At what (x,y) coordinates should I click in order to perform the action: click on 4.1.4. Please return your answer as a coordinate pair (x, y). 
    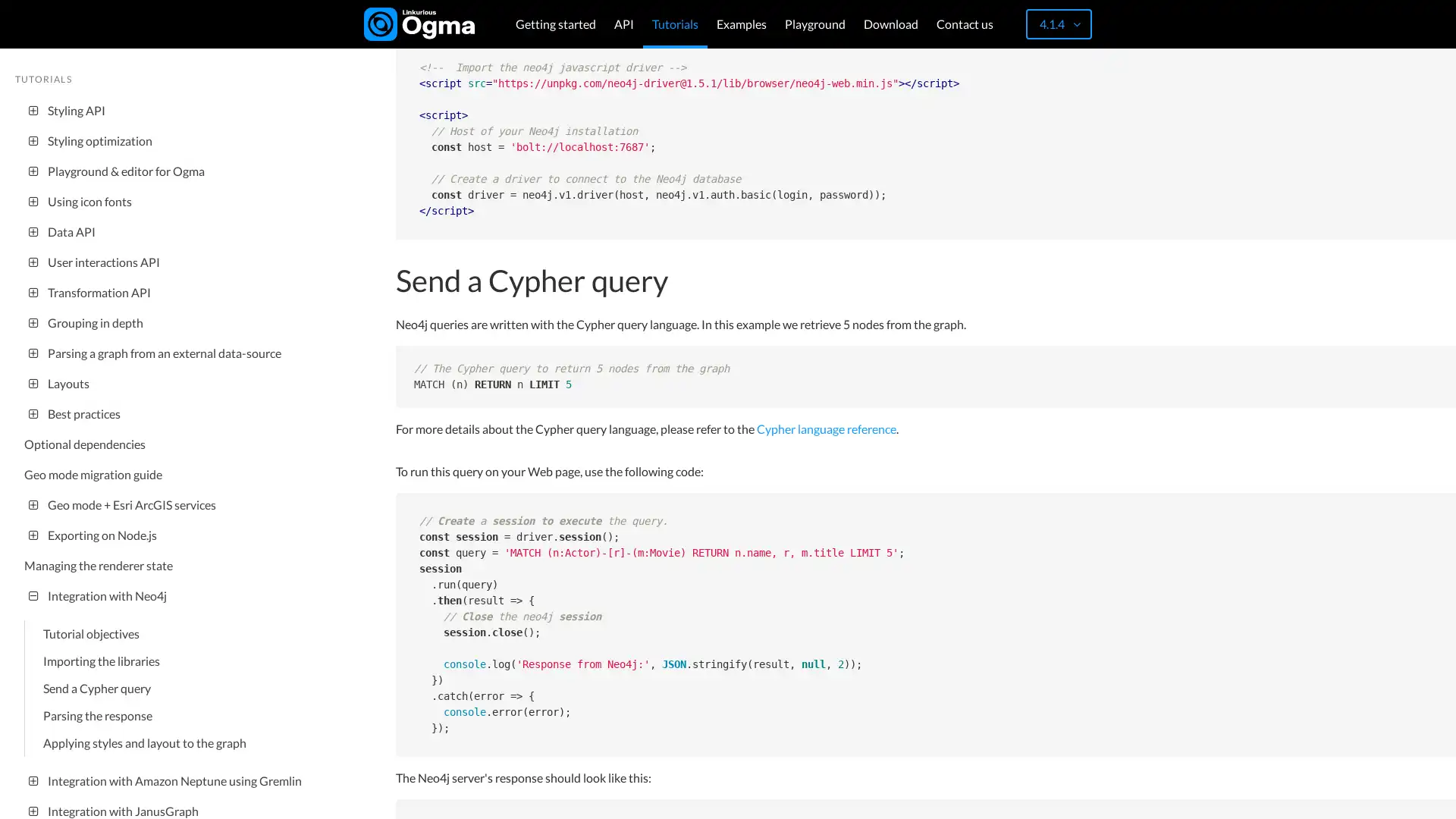
    Looking at the image, I should click on (1058, 24).